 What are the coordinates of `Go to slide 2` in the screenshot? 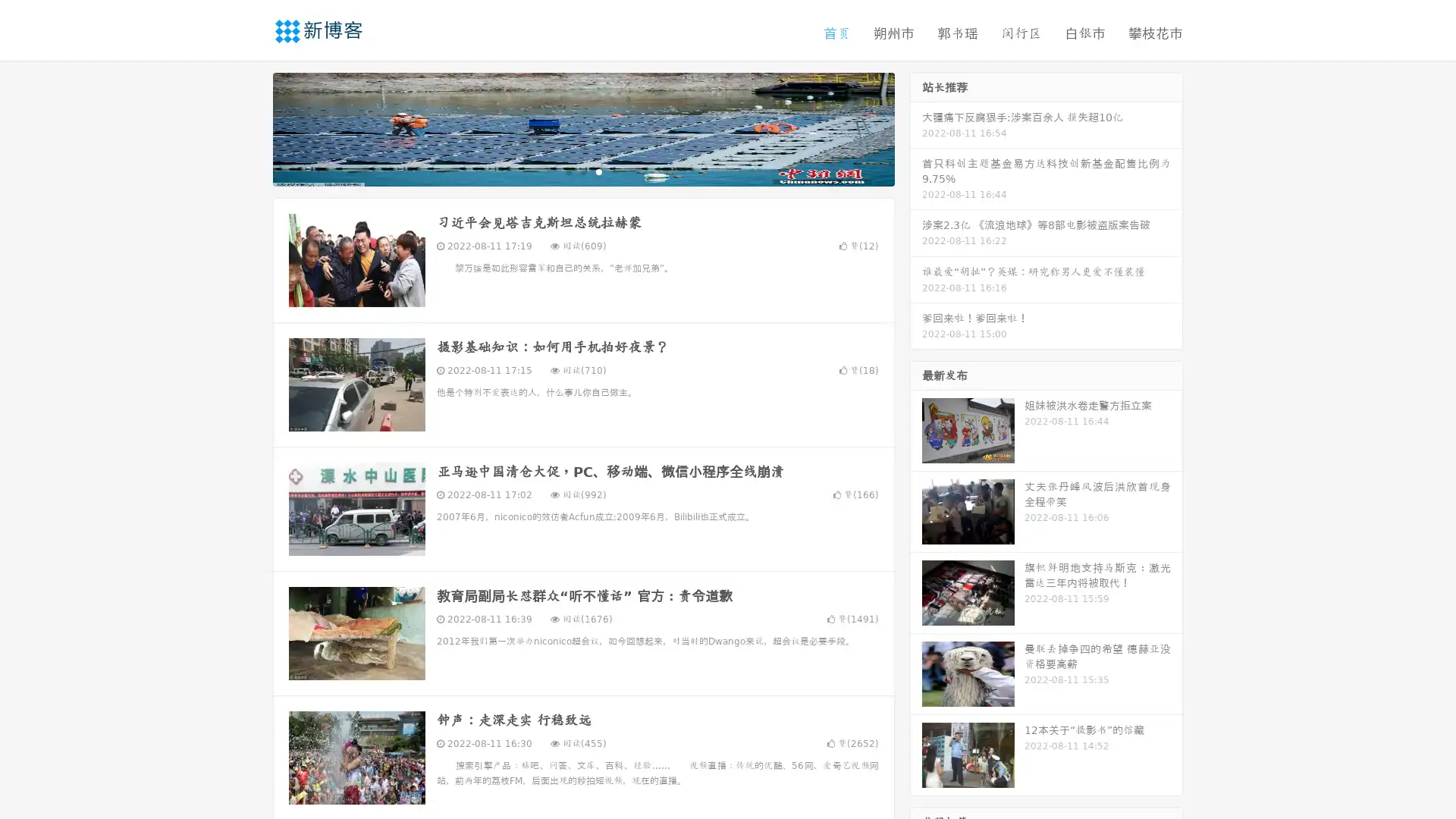 It's located at (582, 171).